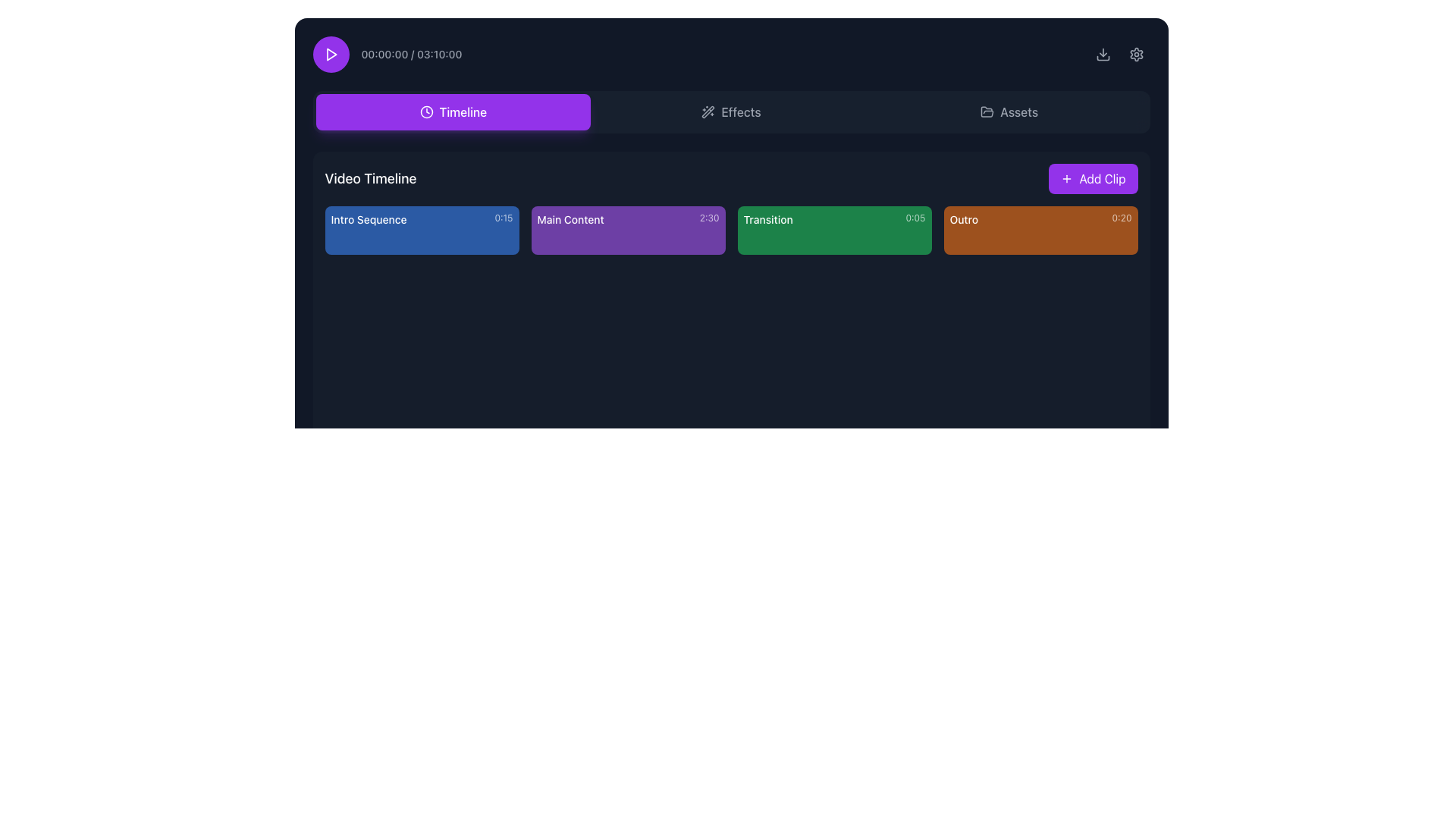 Image resolution: width=1456 pixels, height=819 pixels. I want to click on the navigational button that accesses the 'Effects' section, located between the 'Timeline' and 'Assets' buttons, to enhance accessibility, so click(731, 111).